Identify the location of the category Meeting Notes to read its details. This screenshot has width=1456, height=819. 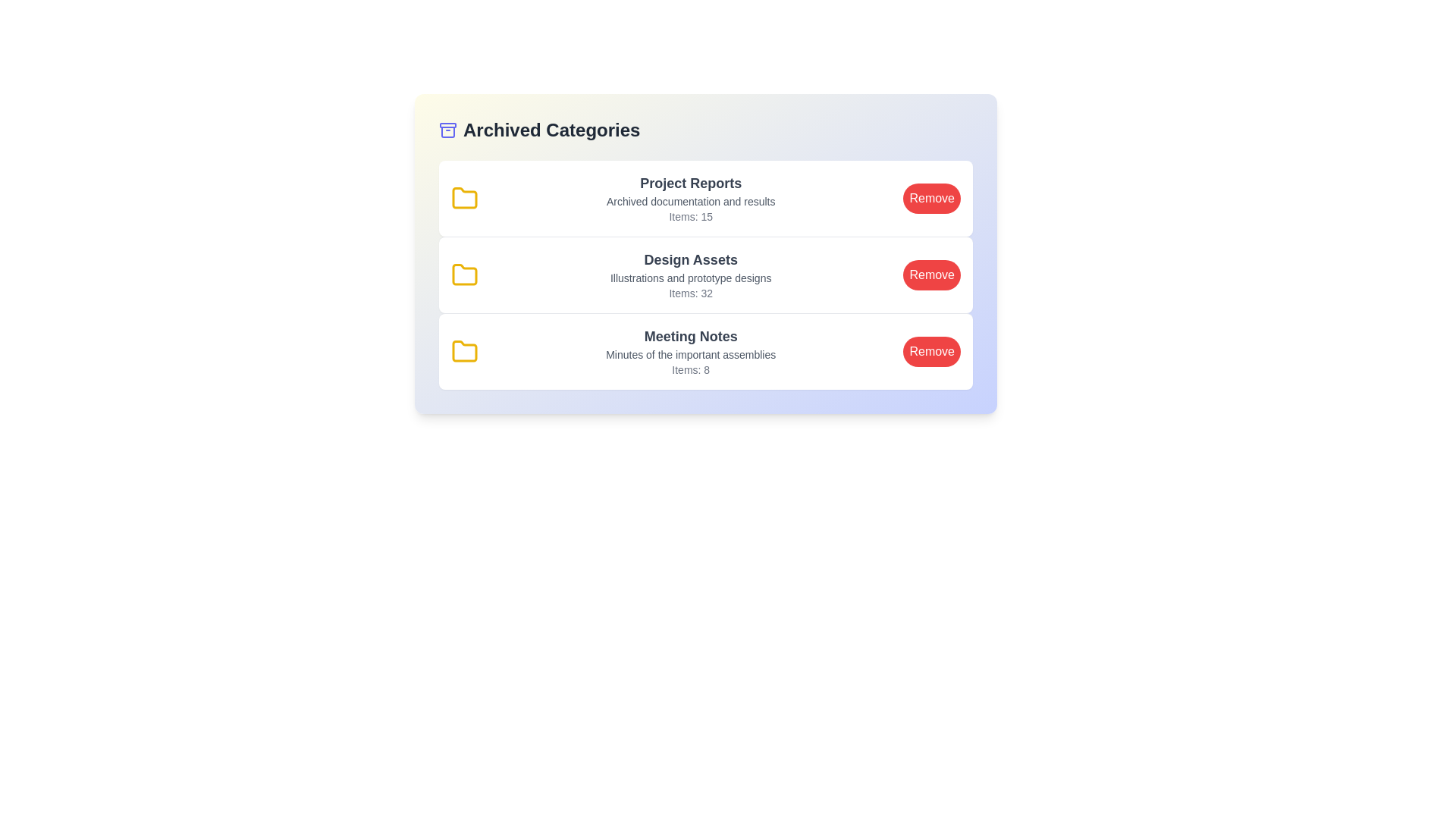
(705, 351).